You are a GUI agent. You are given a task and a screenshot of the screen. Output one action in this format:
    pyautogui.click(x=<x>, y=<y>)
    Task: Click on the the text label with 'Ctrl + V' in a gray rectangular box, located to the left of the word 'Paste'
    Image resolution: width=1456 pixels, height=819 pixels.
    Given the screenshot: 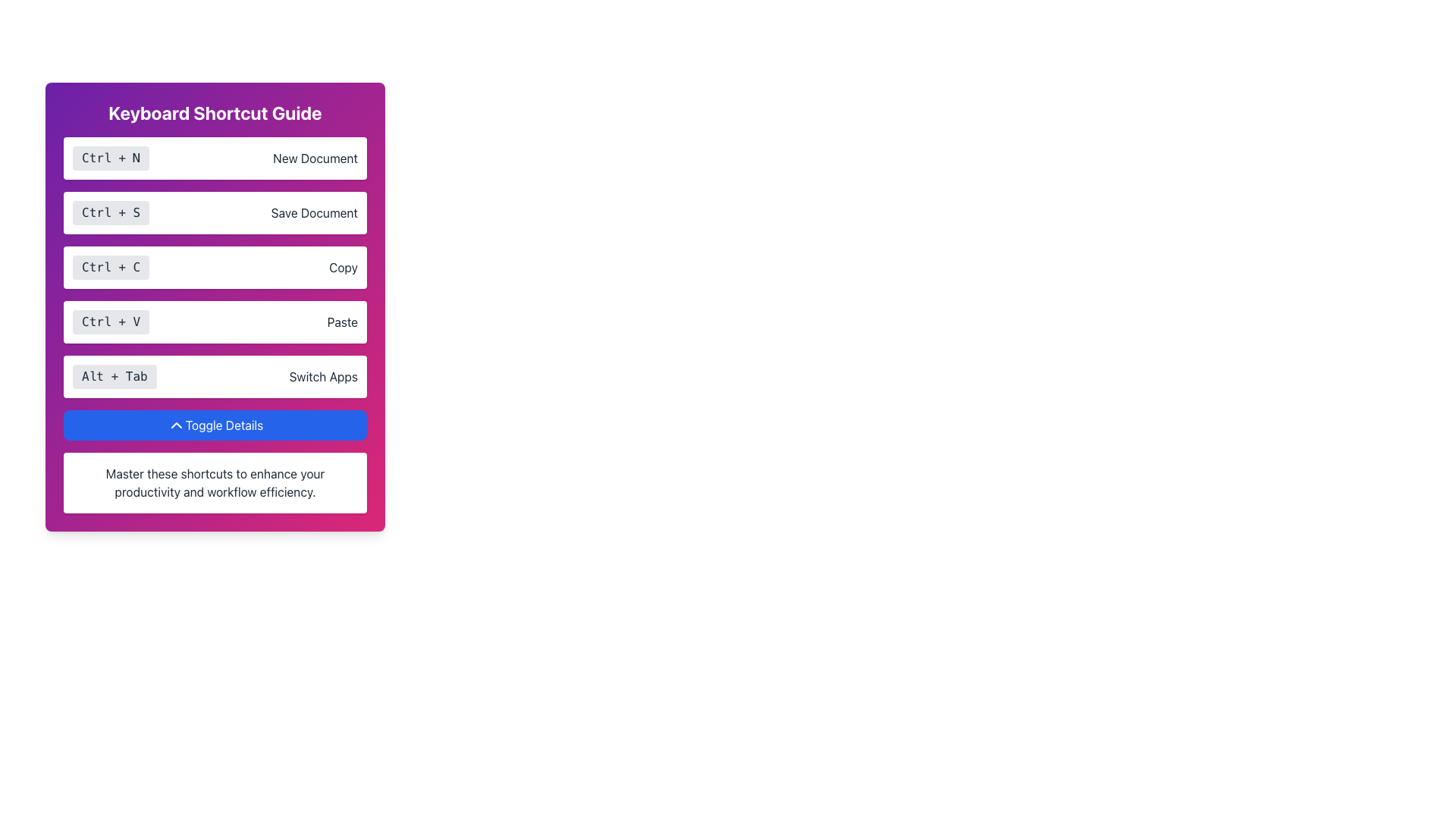 What is the action you would take?
    pyautogui.click(x=110, y=321)
    